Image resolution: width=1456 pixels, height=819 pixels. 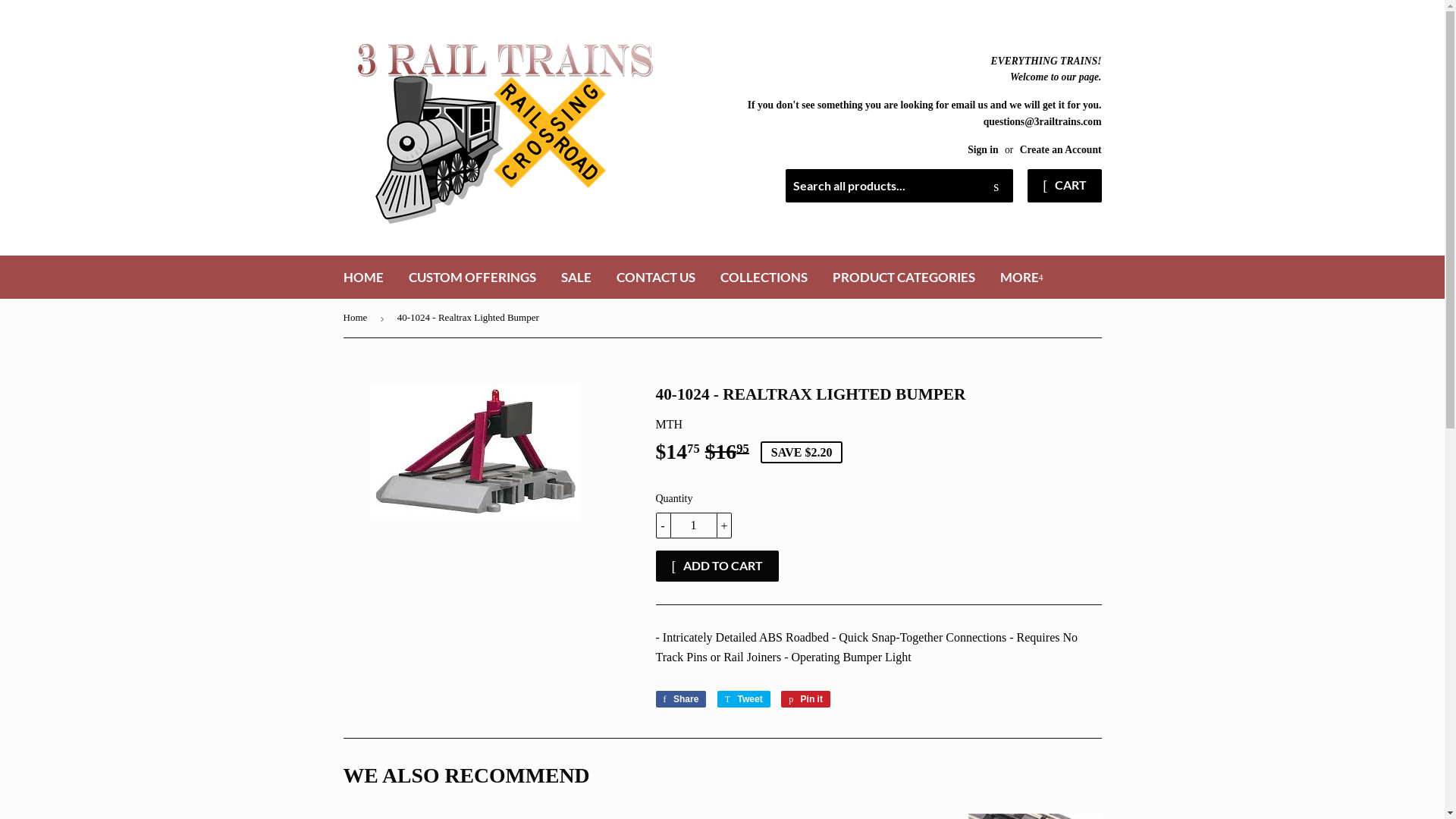 I want to click on 'Home', so click(x=356, y=317).